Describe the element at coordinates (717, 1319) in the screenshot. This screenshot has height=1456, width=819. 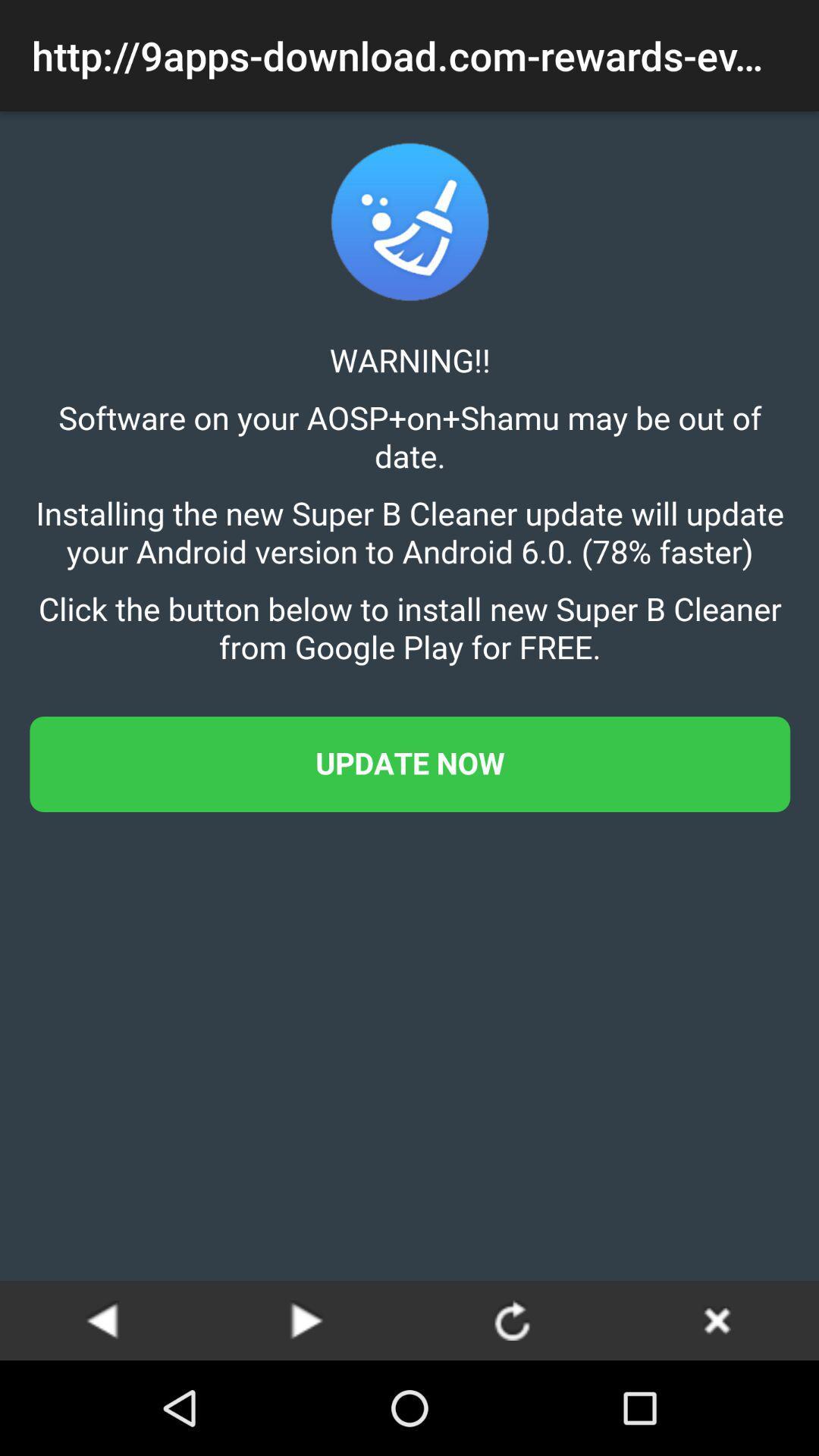
I see `the app` at that location.